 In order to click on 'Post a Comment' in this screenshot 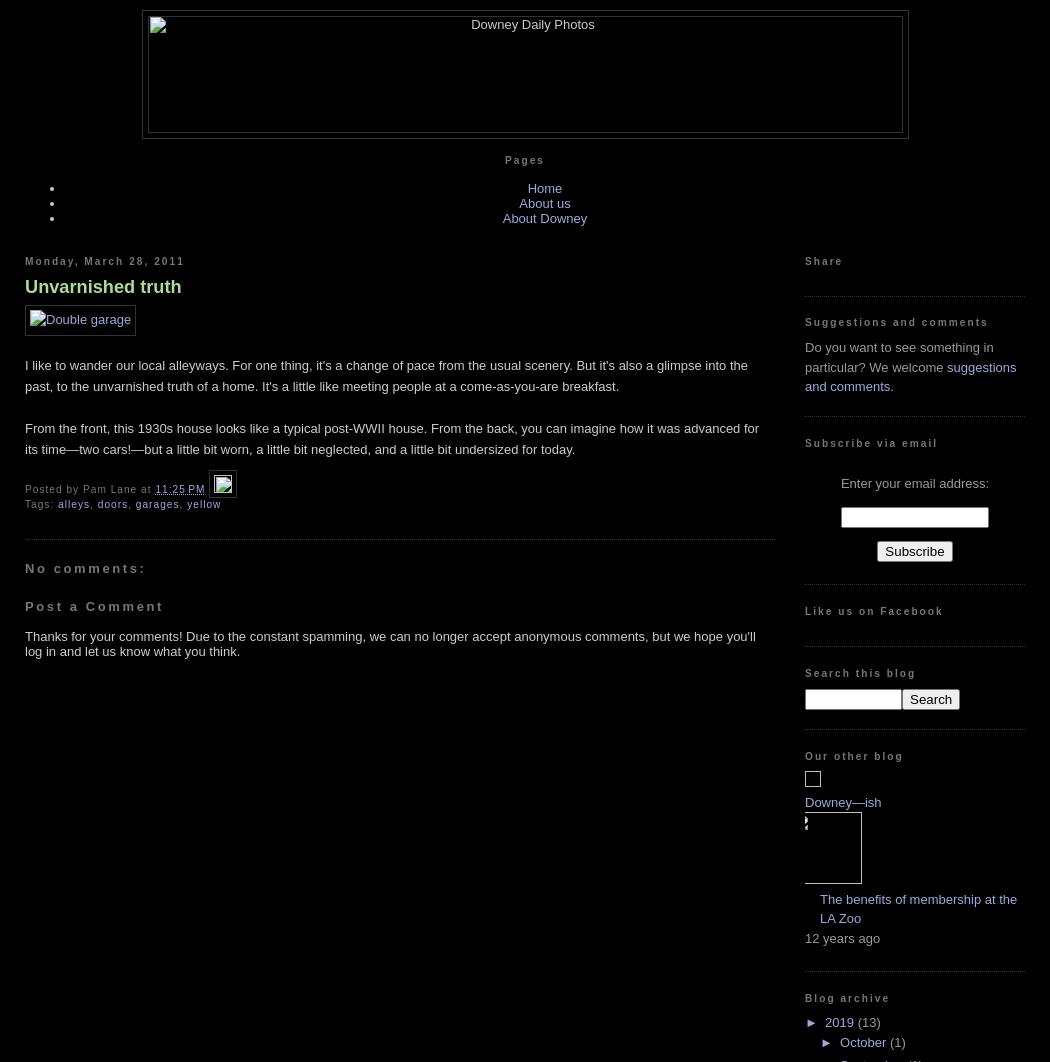, I will do `click(93, 605)`.